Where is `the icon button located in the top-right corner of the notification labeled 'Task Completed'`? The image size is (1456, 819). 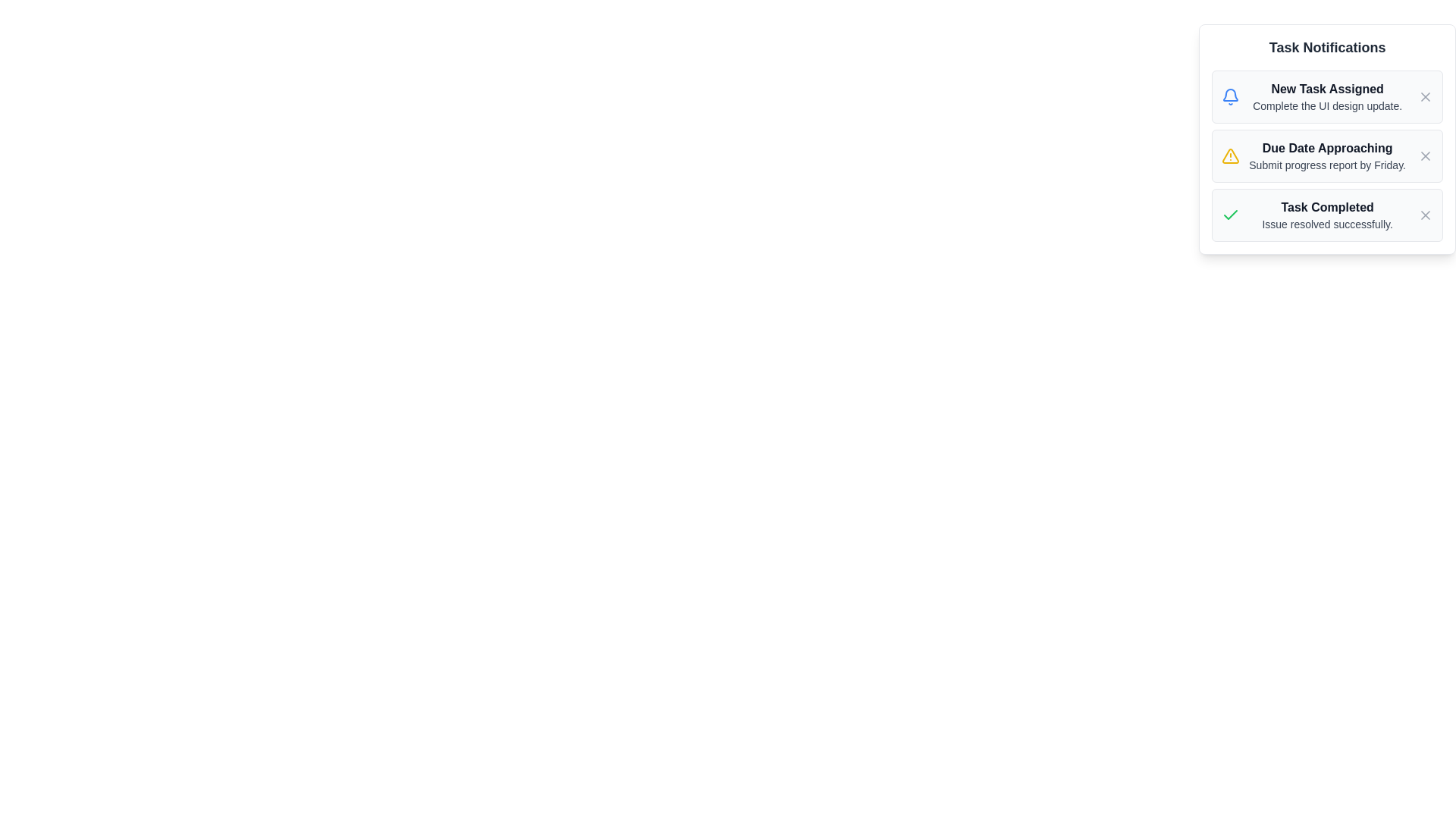
the icon button located in the top-right corner of the notification labeled 'Task Completed' is located at coordinates (1425, 215).